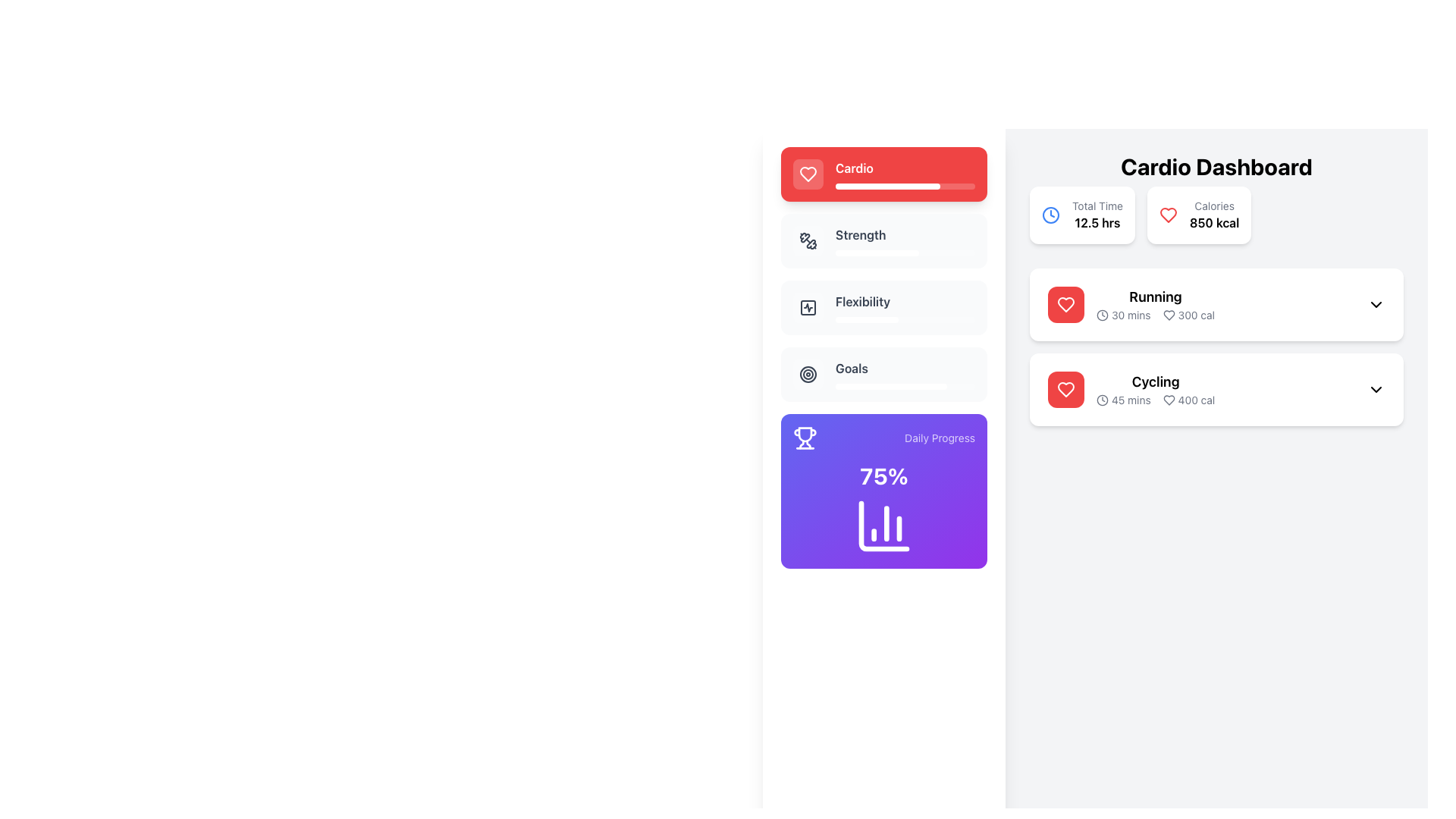 The width and height of the screenshot is (1456, 819). What do you see at coordinates (1155, 297) in the screenshot?
I see `the Text label that identifies the activity type as 'Running', located in the right-side section of the Cardio Dashboard interface` at bounding box center [1155, 297].